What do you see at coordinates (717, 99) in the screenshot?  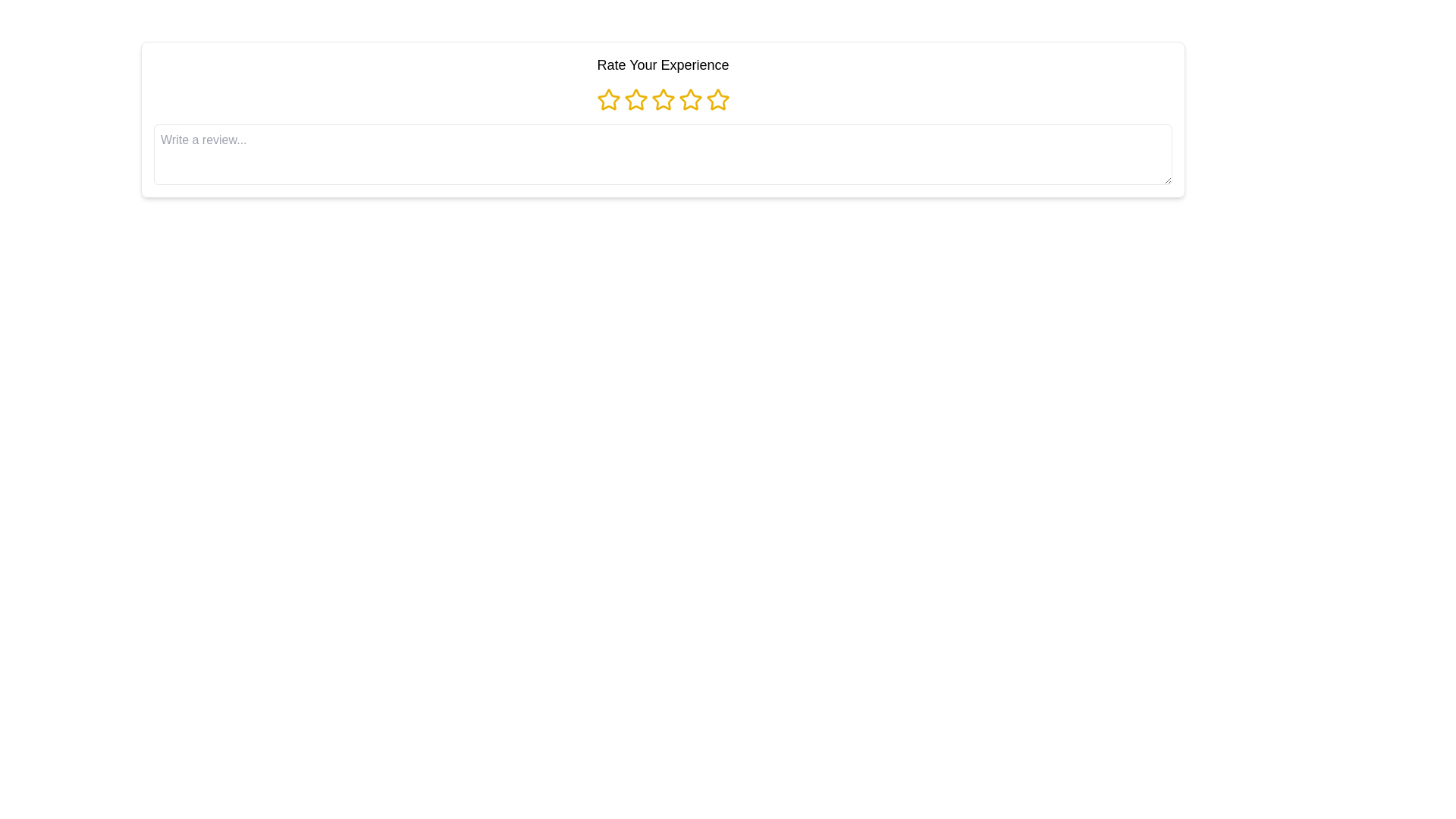 I see `the fifth star in the rating system located under 'Rate Your Experience'` at bounding box center [717, 99].